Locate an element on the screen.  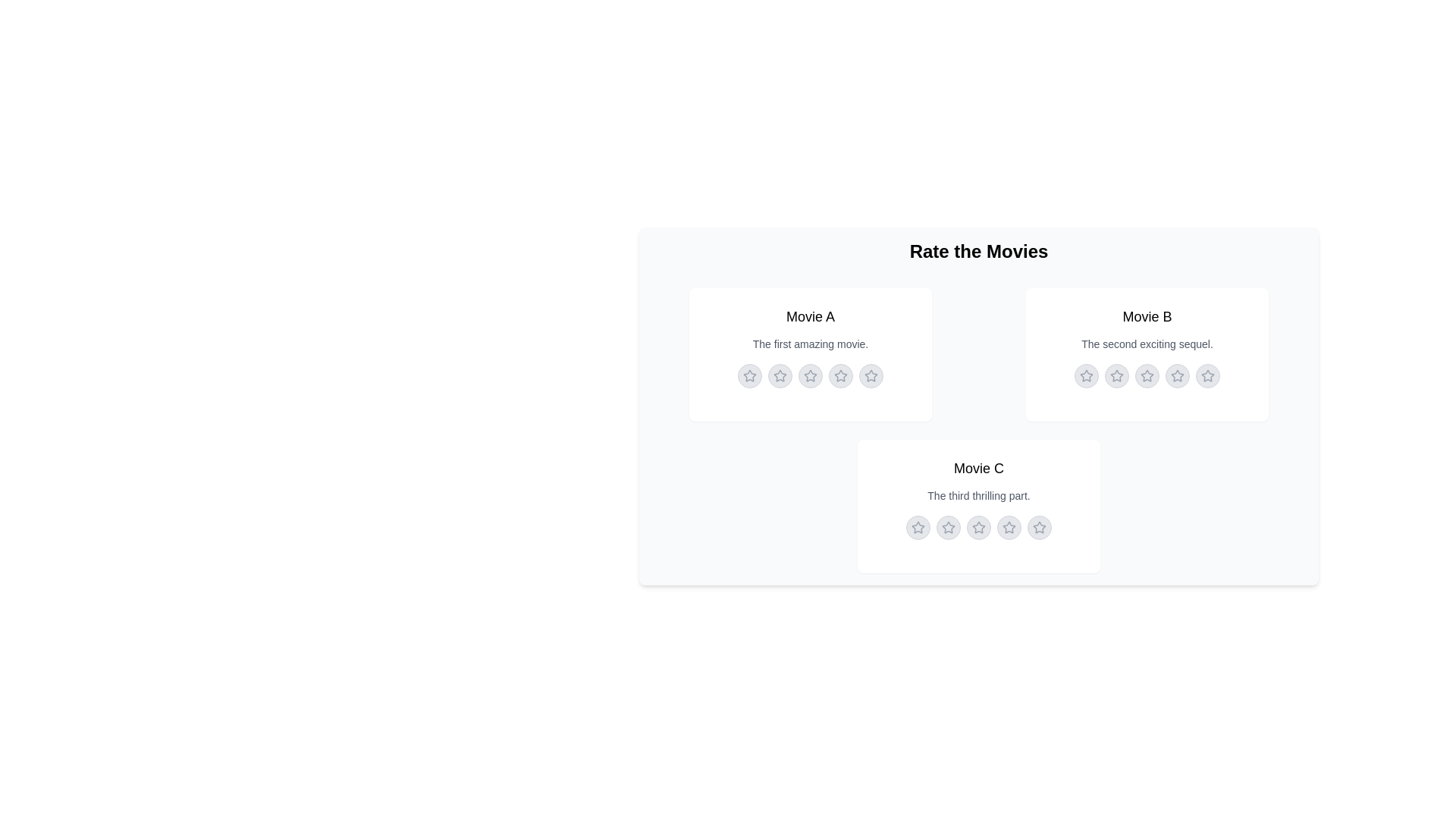
the first star of the rating component located below the description of 'Movie A' is located at coordinates (749, 375).